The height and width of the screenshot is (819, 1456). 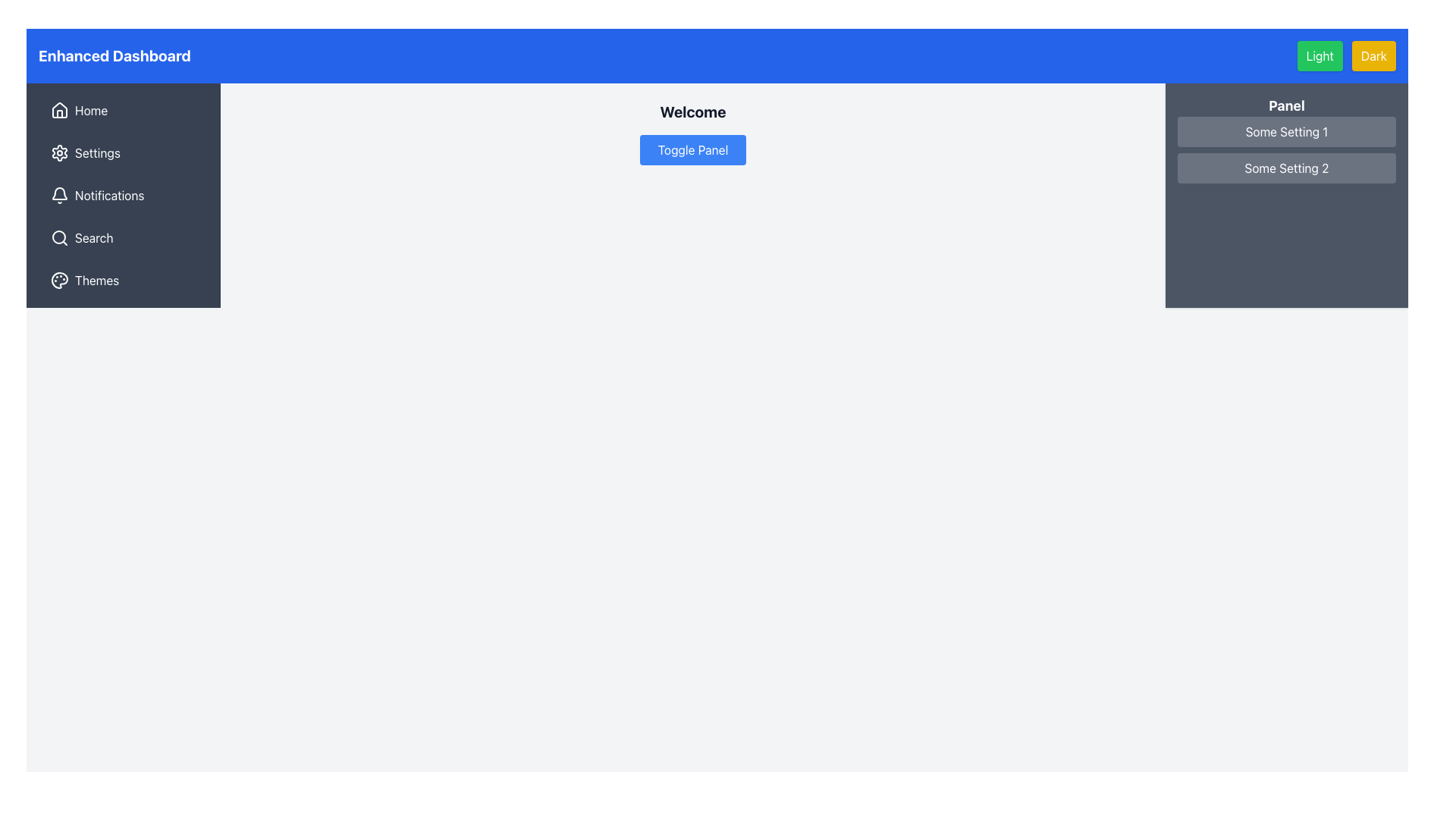 I want to click on the 'Notifications' menu item (the third item in the vertical menu on the left sidebar), so click(x=124, y=195).